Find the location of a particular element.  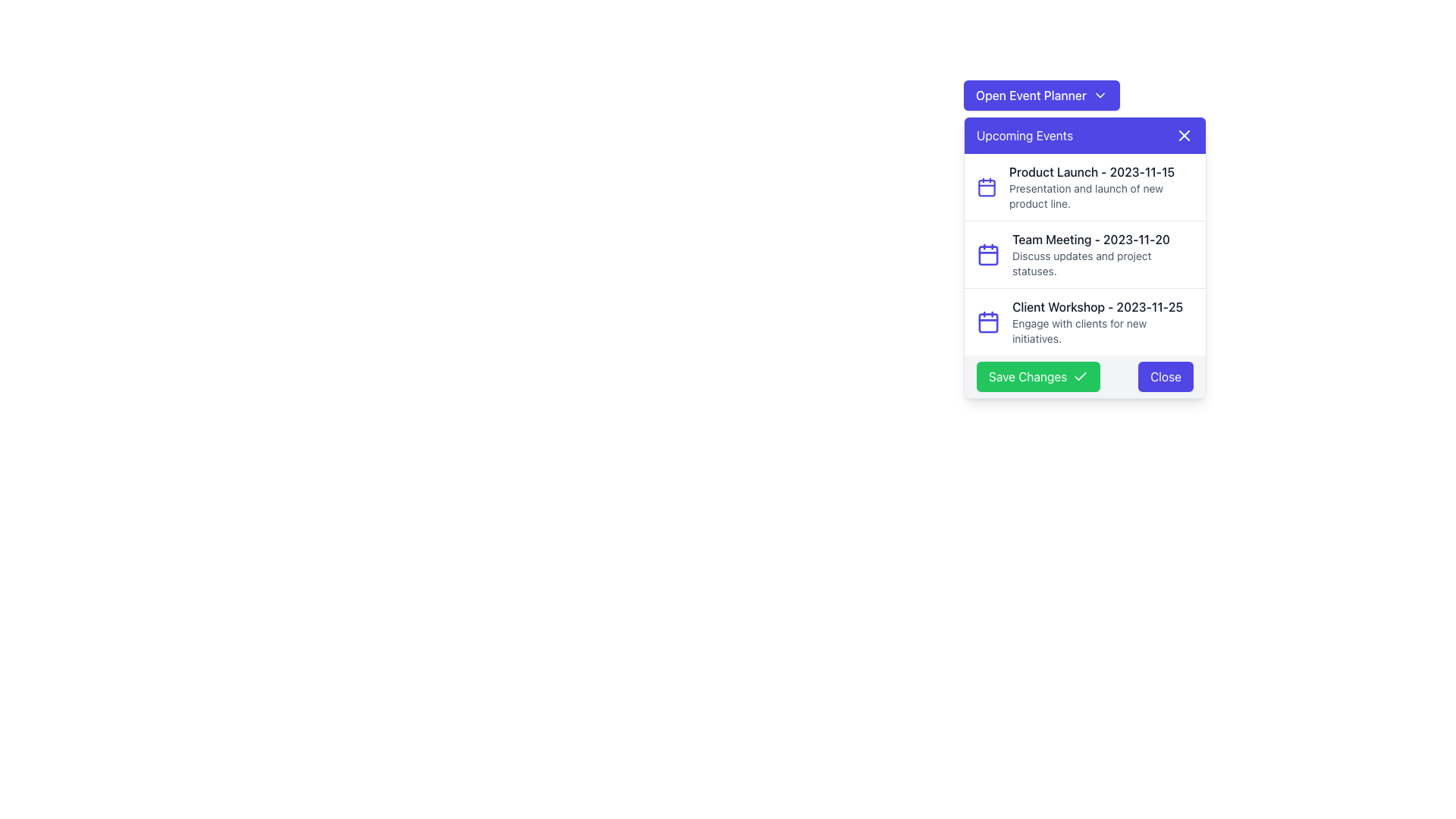

the checkmark icon within the 'Save Changes' button located towards the bottom-left corner of the modal interface to indicate saving changes is located at coordinates (1080, 375).